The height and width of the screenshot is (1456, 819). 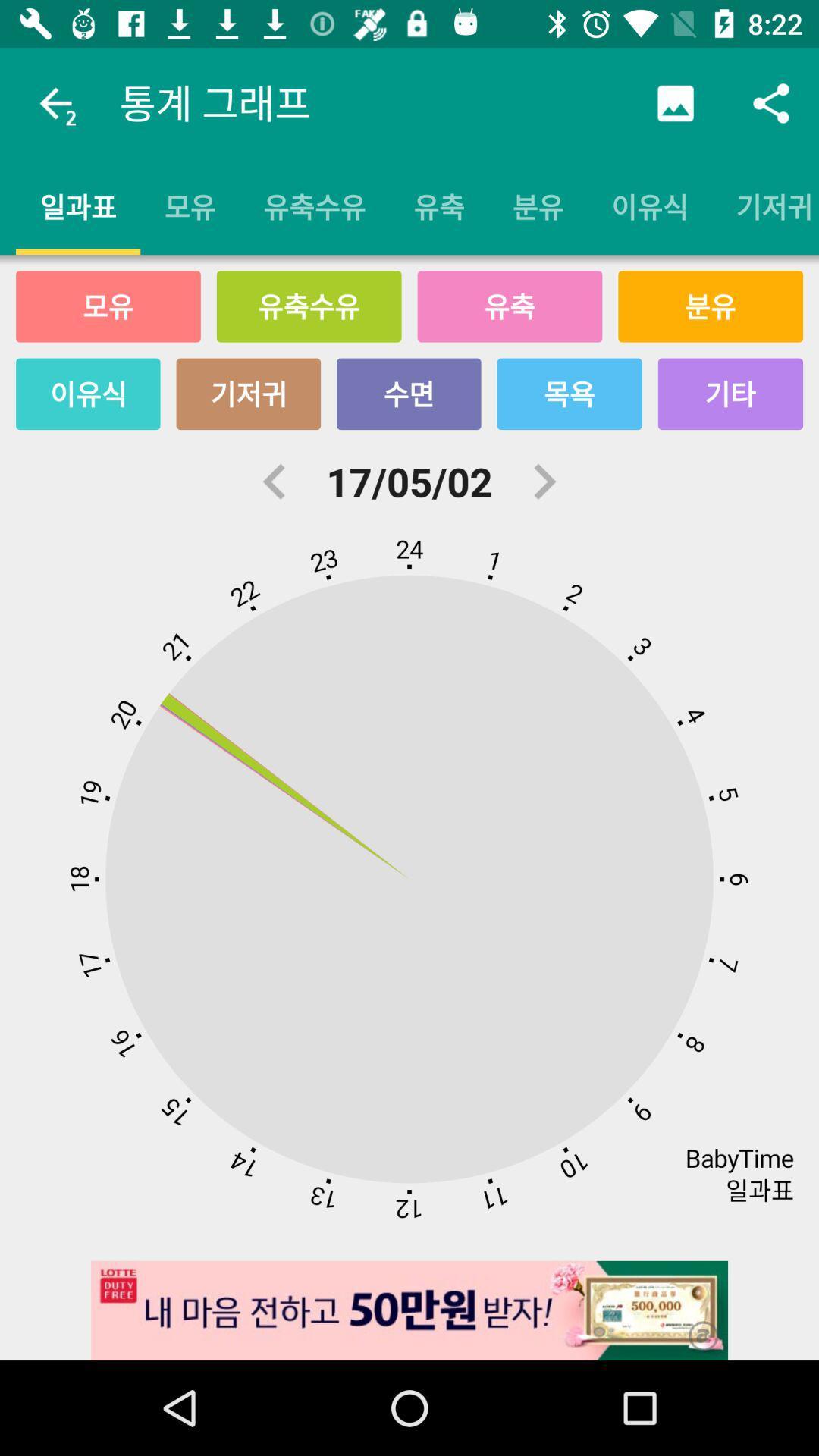 What do you see at coordinates (275, 481) in the screenshot?
I see `the icon next to the 17/05/02` at bounding box center [275, 481].